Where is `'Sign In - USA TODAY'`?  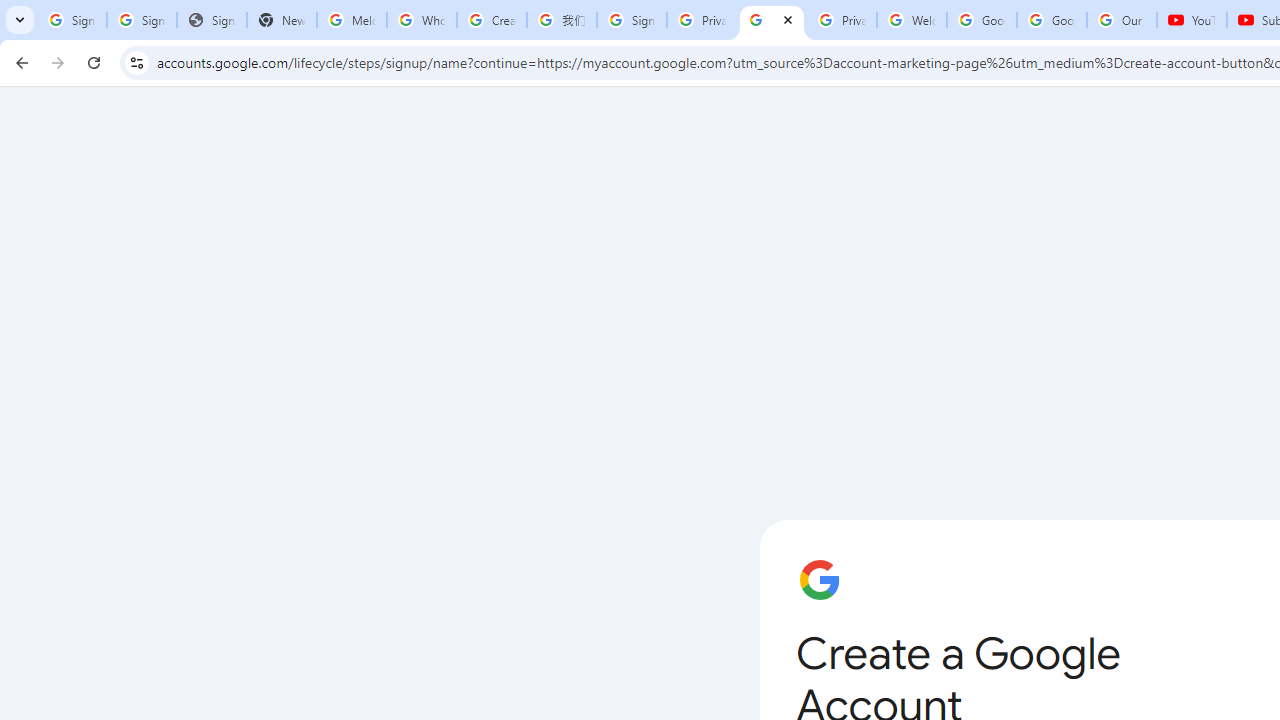
'Sign In - USA TODAY' is located at coordinates (211, 20).